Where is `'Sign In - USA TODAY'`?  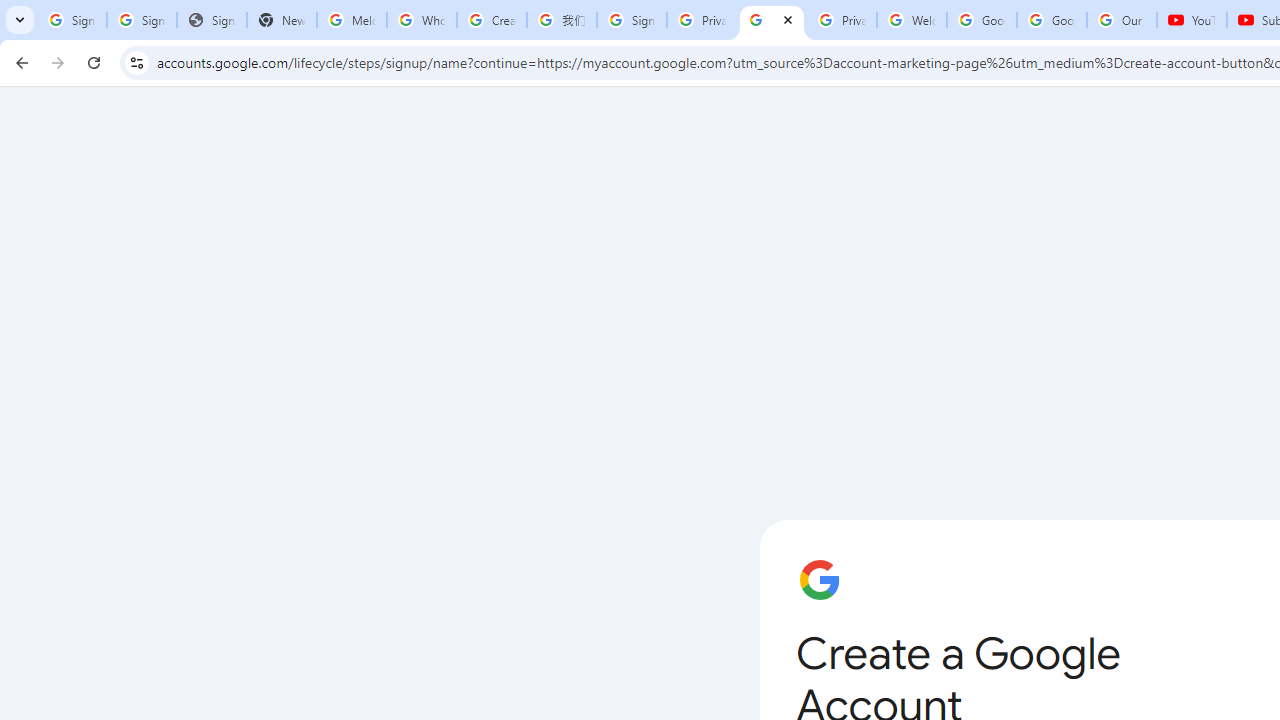
'Sign In - USA TODAY' is located at coordinates (211, 20).